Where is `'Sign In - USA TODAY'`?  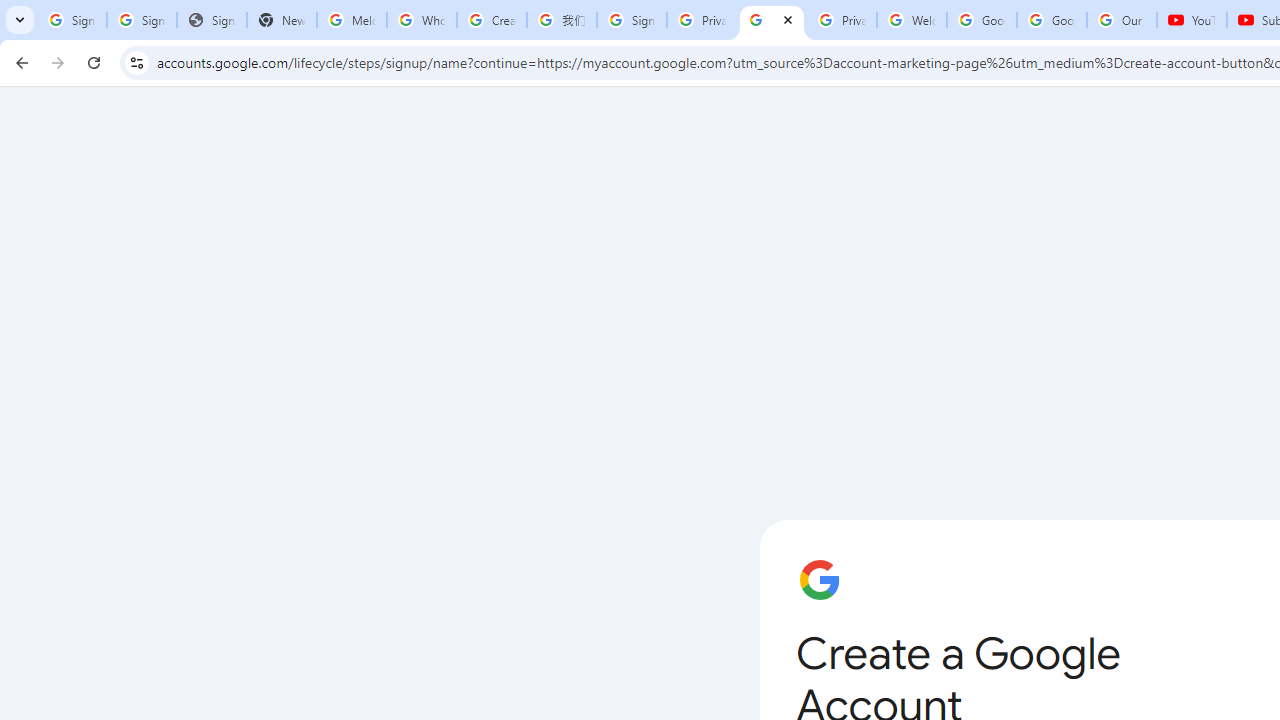
'Sign In - USA TODAY' is located at coordinates (211, 20).